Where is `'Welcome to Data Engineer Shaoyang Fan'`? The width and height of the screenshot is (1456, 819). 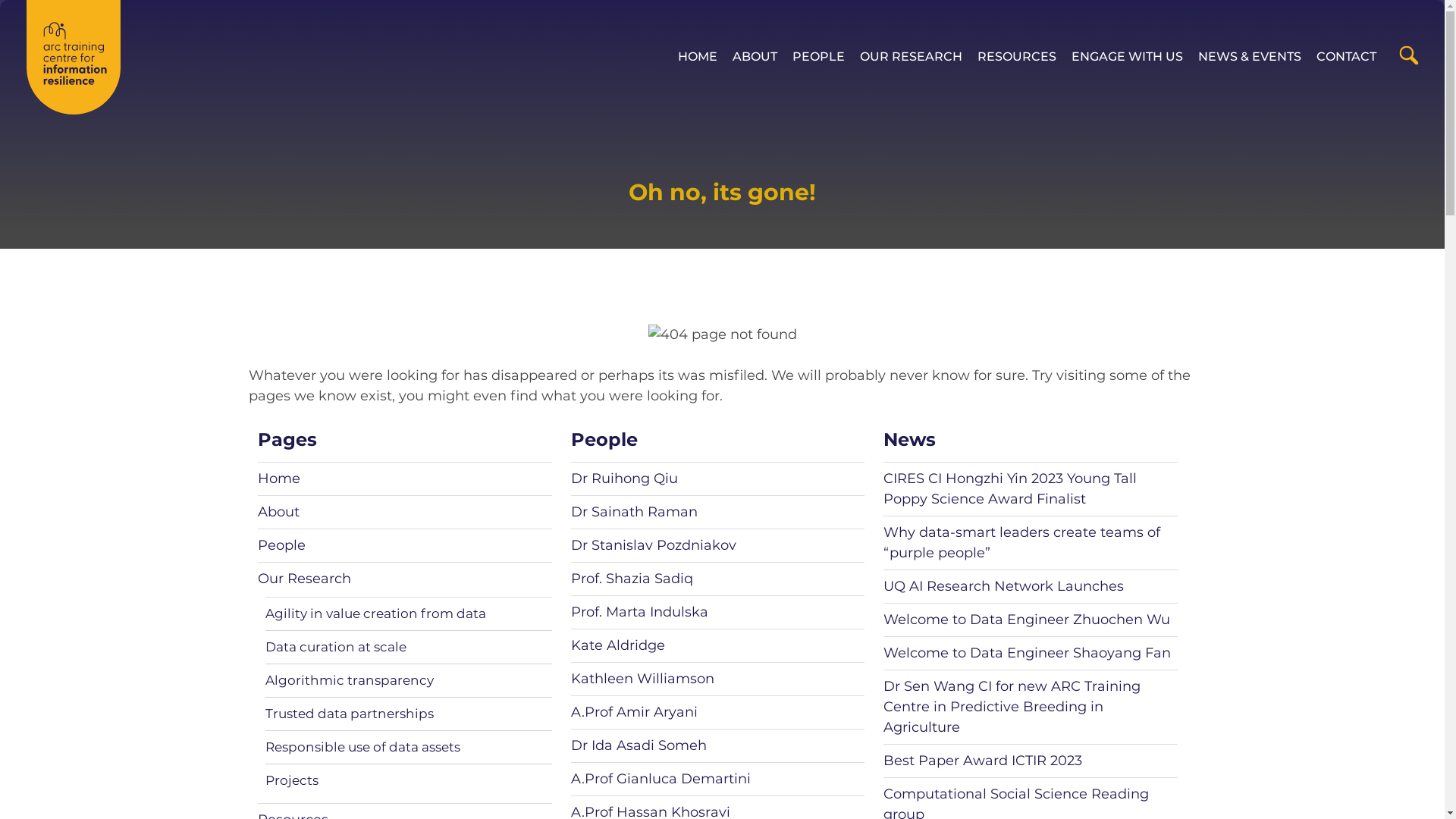 'Welcome to Data Engineer Shaoyang Fan' is located at coordinates (1027, 651).